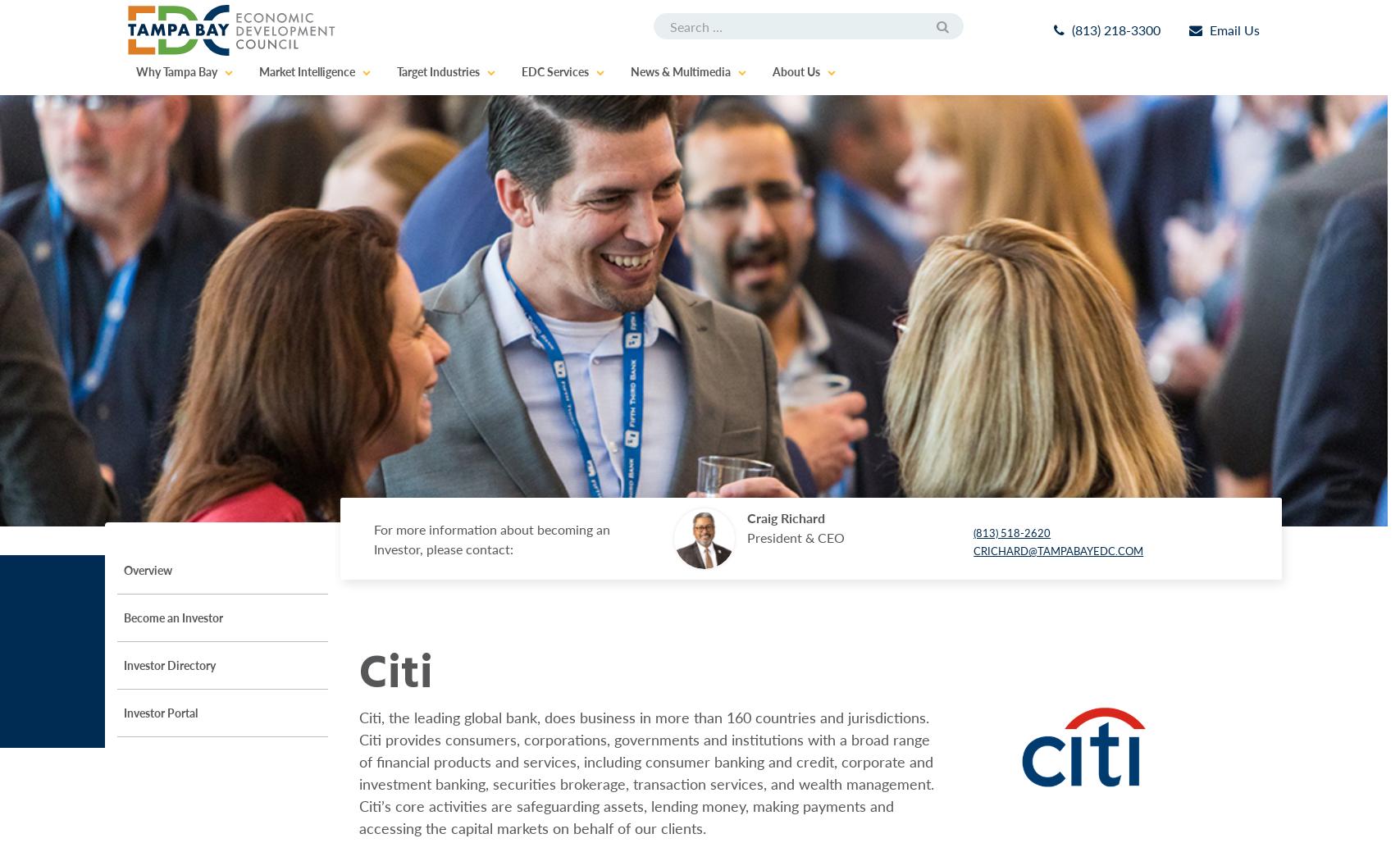  Describe the element at coordinates (124, 663) in the screenshot. I see `'Investor Directory'` at that location.